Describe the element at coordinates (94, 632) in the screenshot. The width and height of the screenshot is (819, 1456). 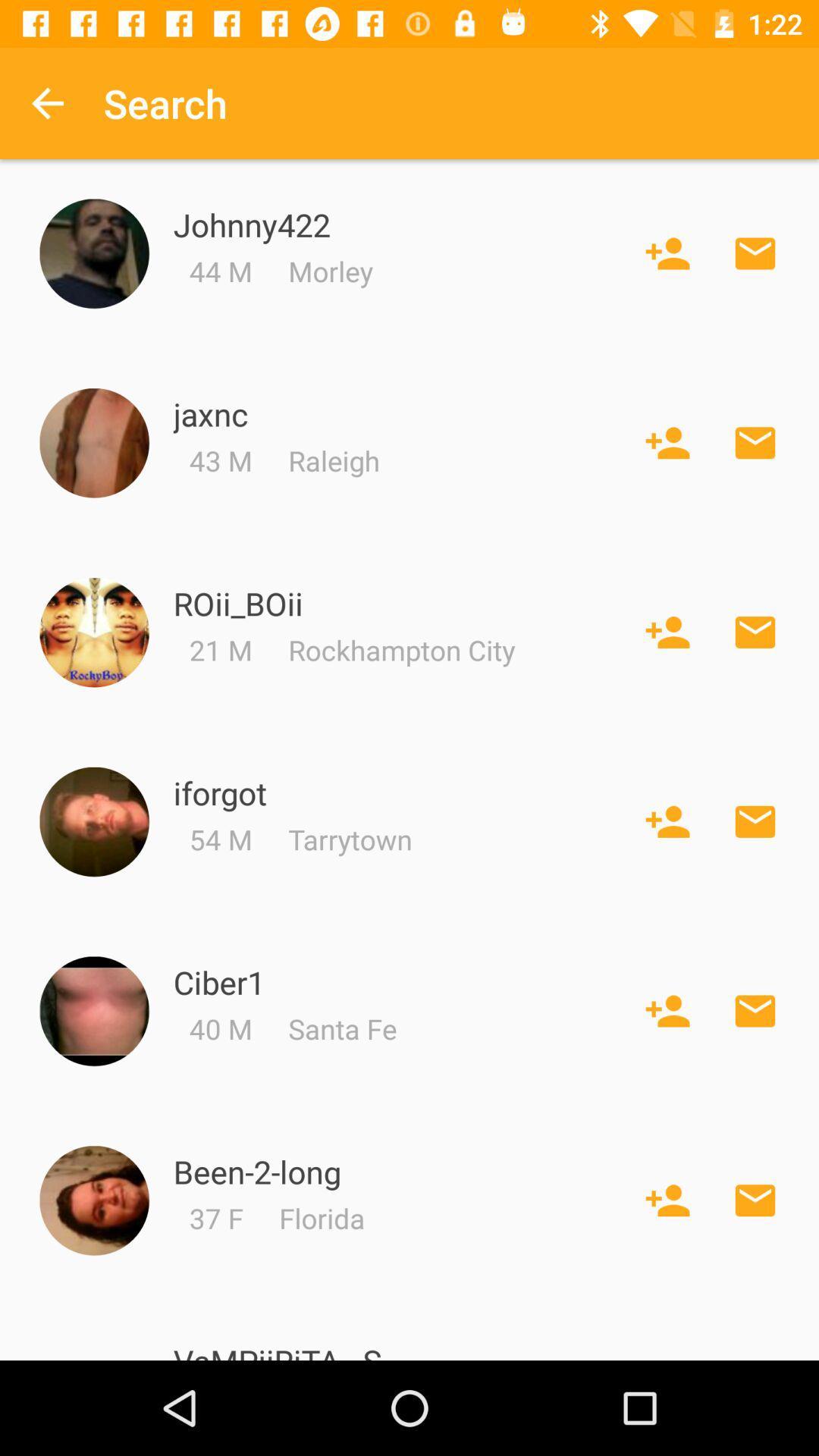
I see `profile picture` at that location.